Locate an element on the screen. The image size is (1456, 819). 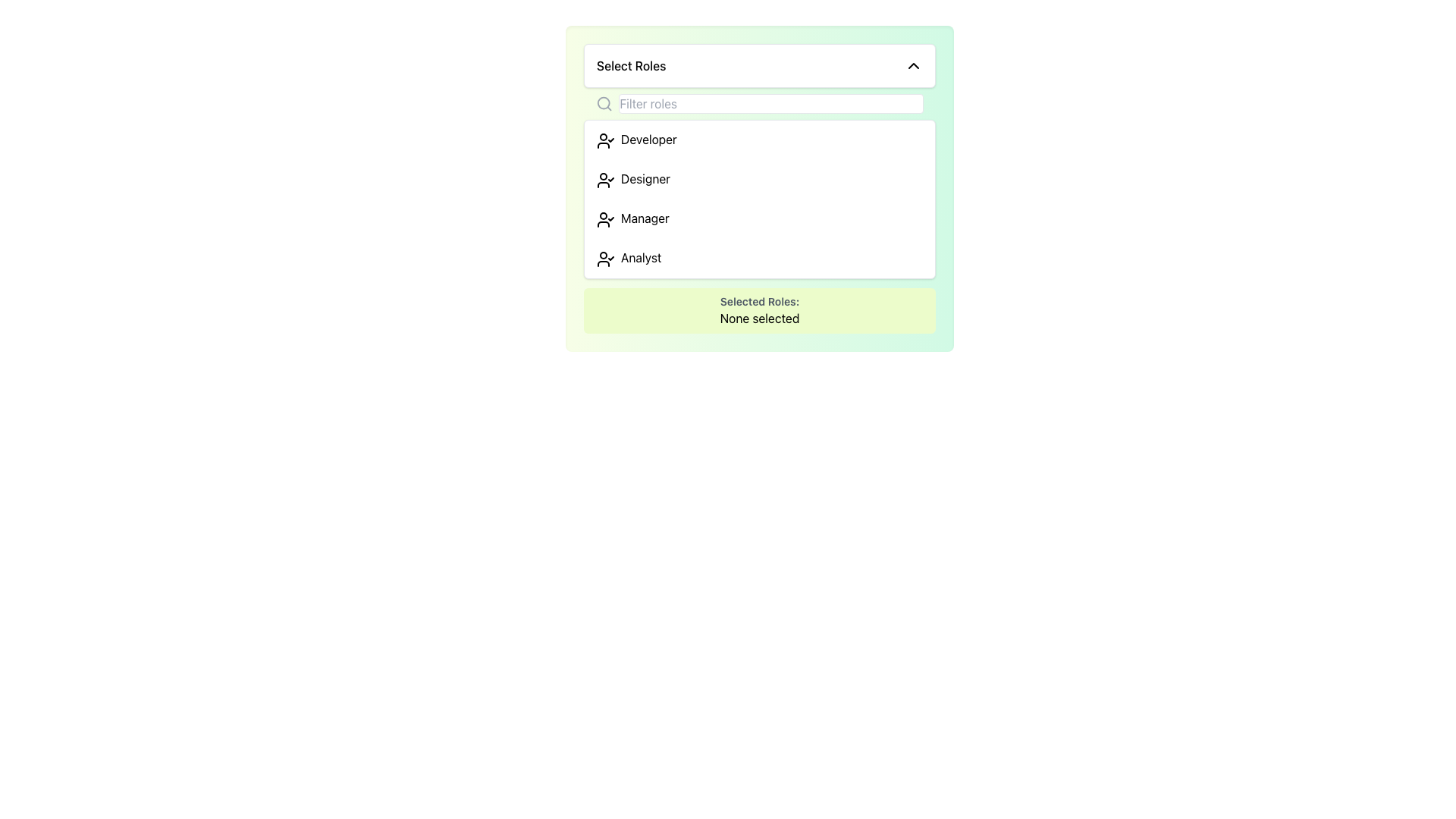
the 'Designer' role list item element is located at coordinates (760, 178).